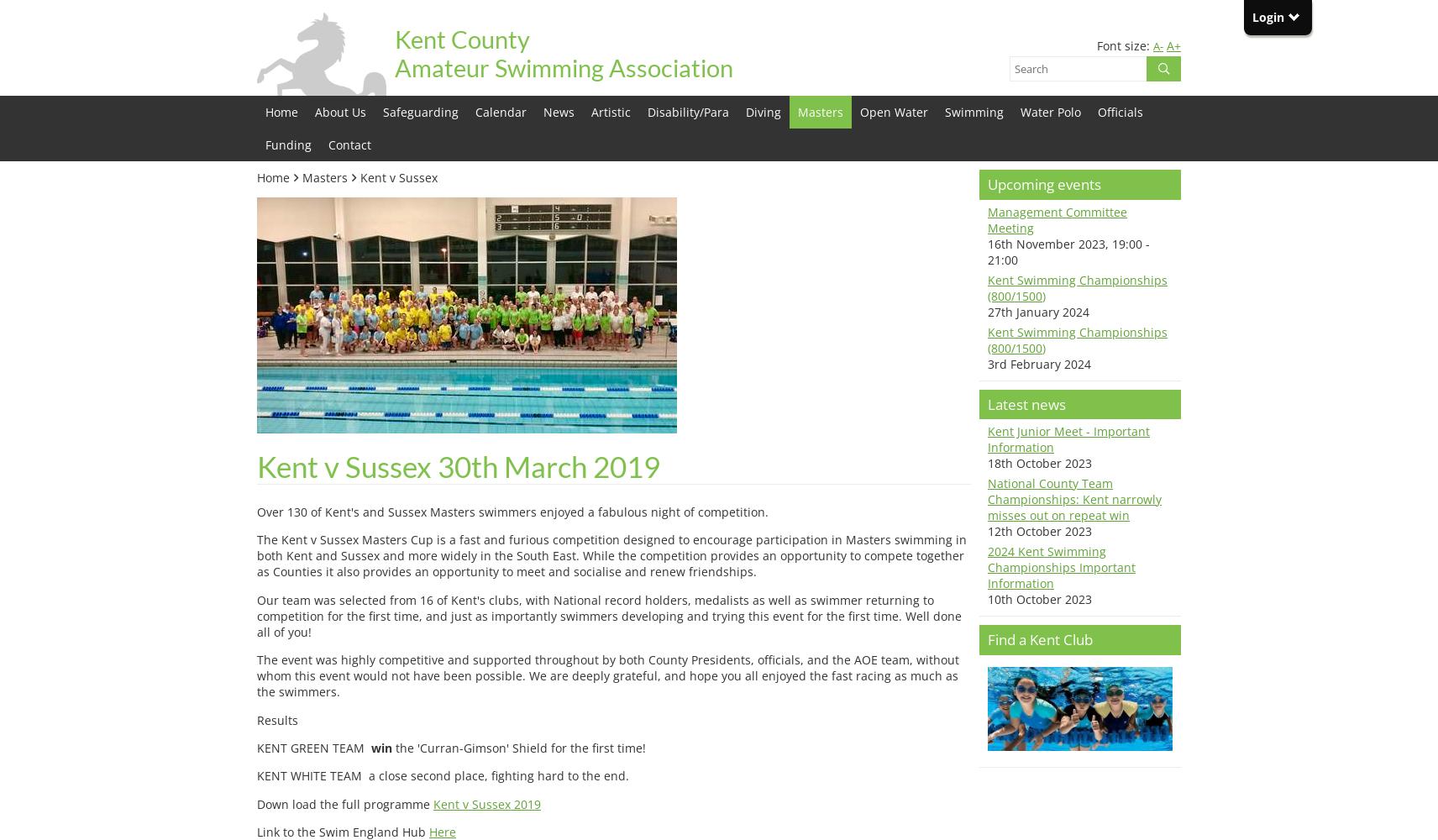  I want to click on 'Kent v Sussex', so click(398, 176).